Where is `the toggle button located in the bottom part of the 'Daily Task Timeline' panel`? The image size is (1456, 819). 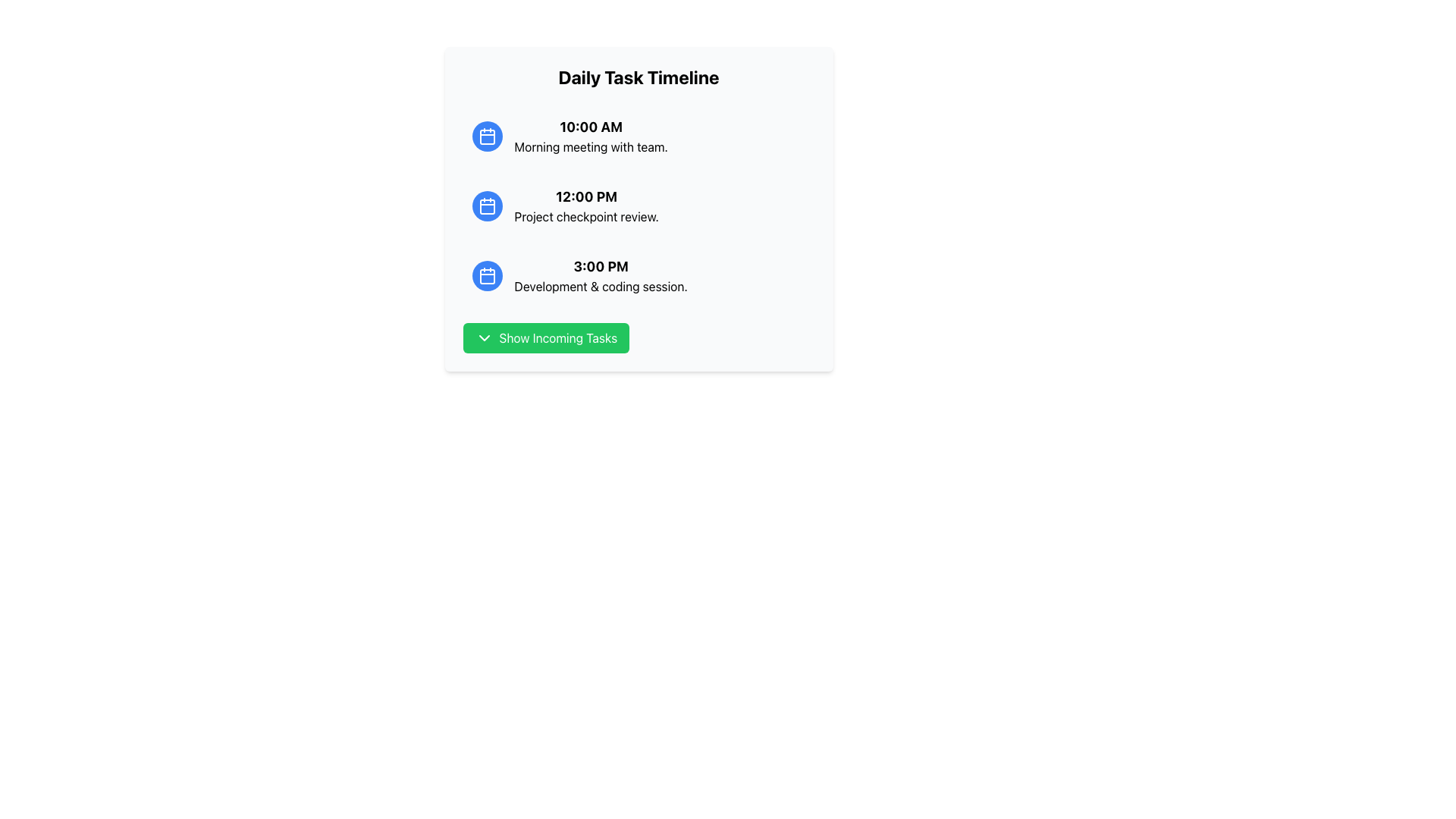 the toggle button located in the bottom part of the 'Daily Task Timeline' panel is located at coordinates (546, 337).